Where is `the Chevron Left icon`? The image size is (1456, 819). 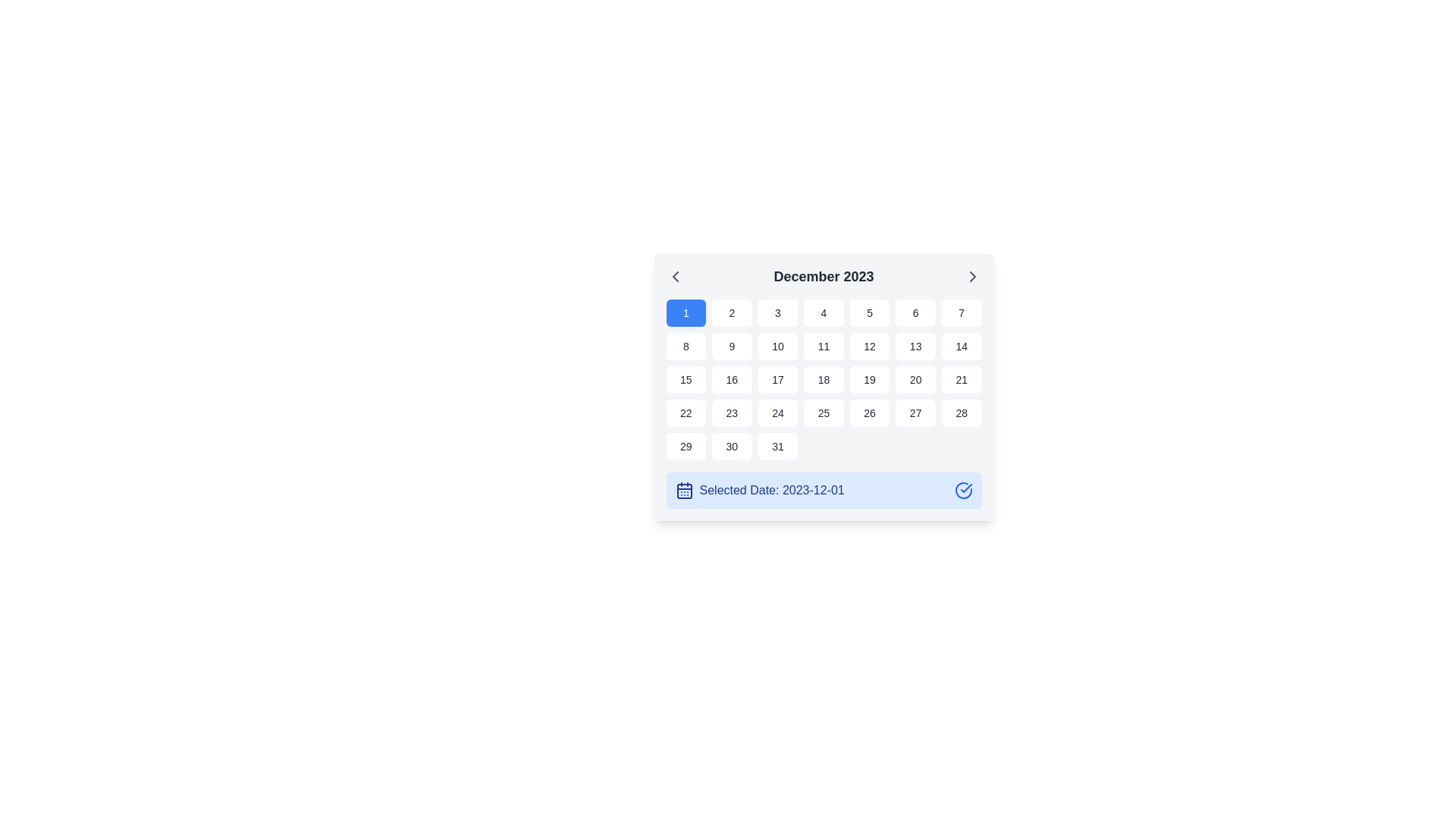 the Chevron Left icon is located at coordinates (674, 277).